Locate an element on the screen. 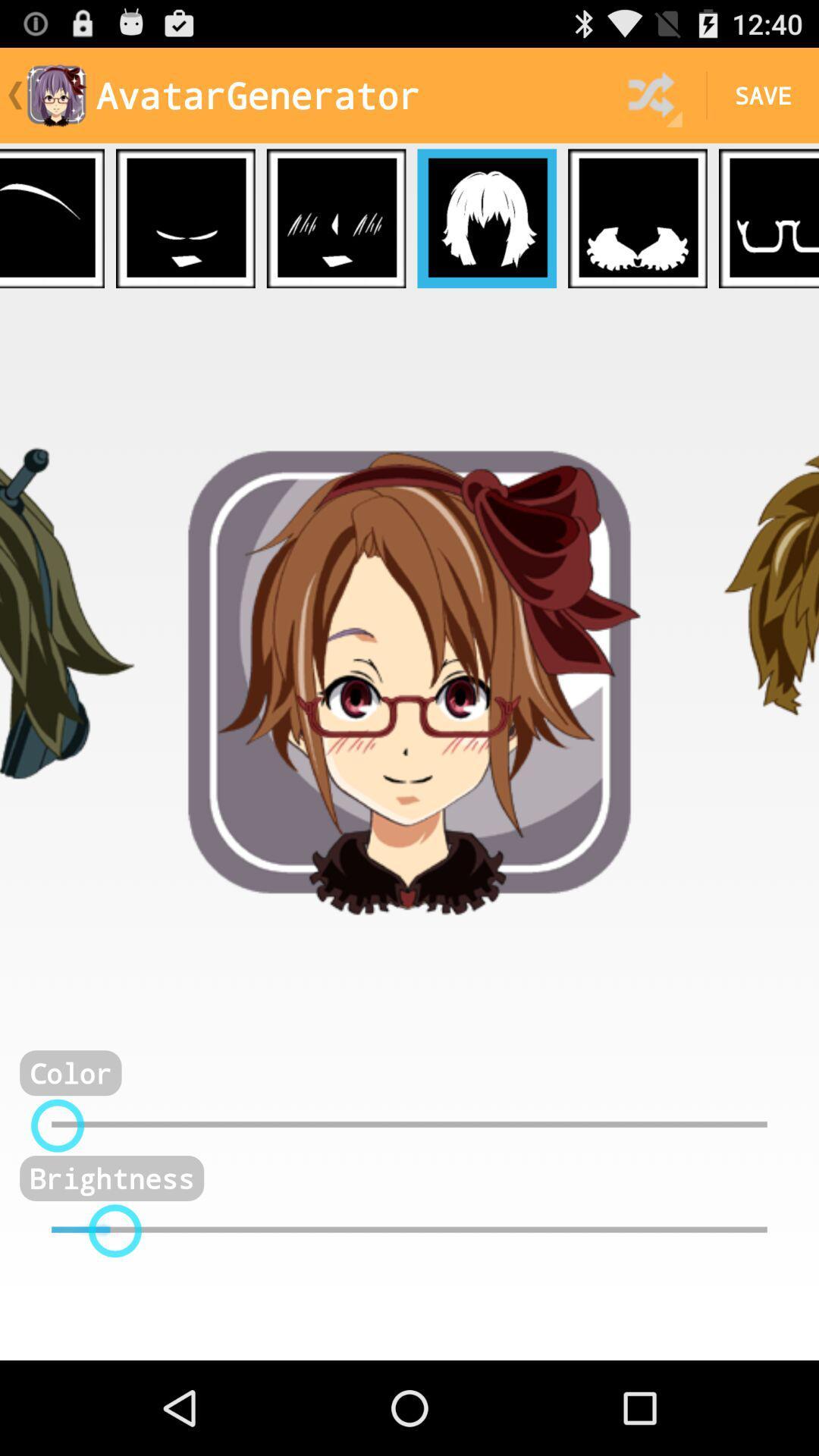  choose eyebrows is located at coordinates (52, 218).